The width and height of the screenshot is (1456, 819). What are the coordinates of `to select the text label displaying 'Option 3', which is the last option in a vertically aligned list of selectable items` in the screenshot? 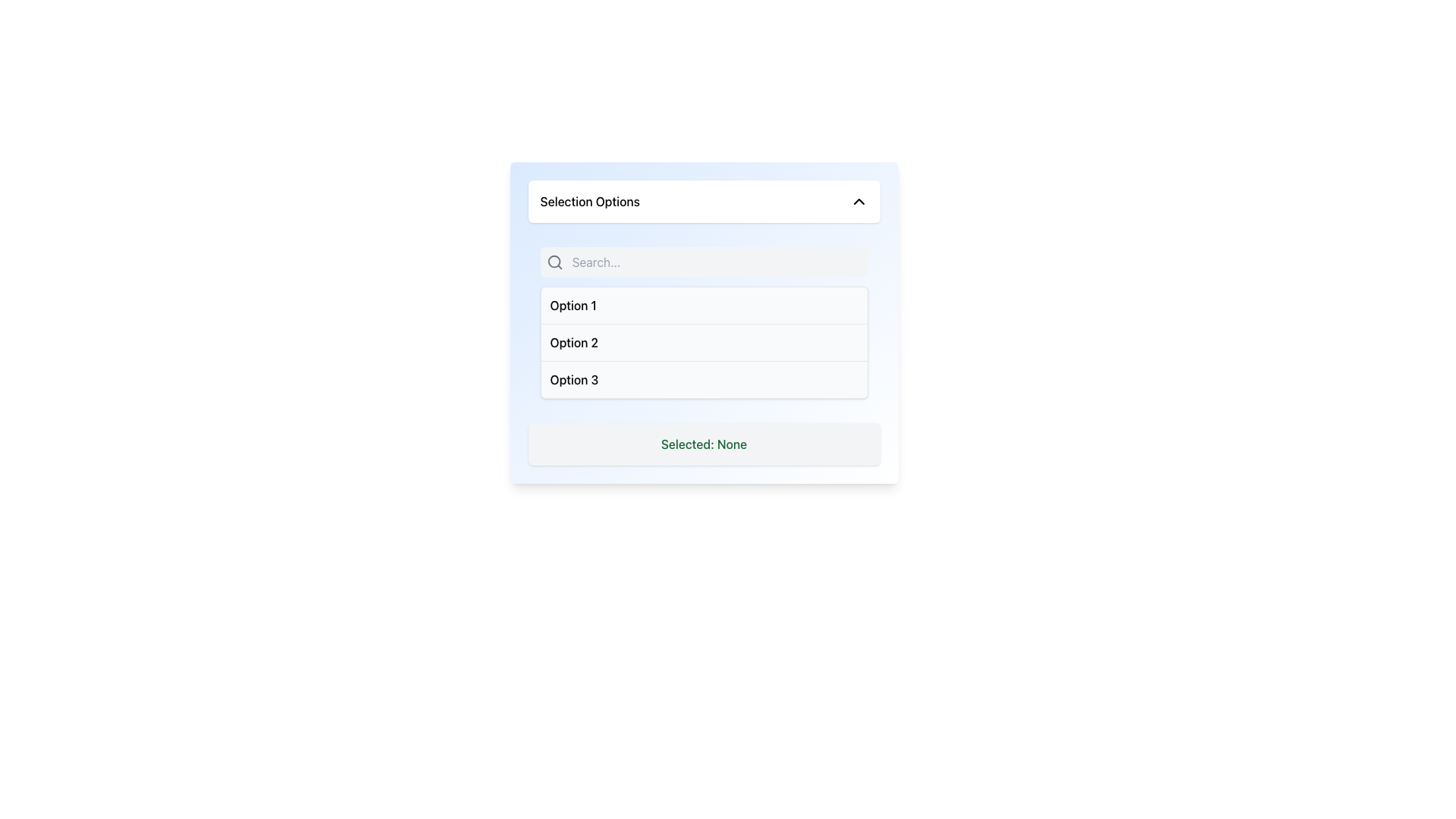 It's located at (573, 379).